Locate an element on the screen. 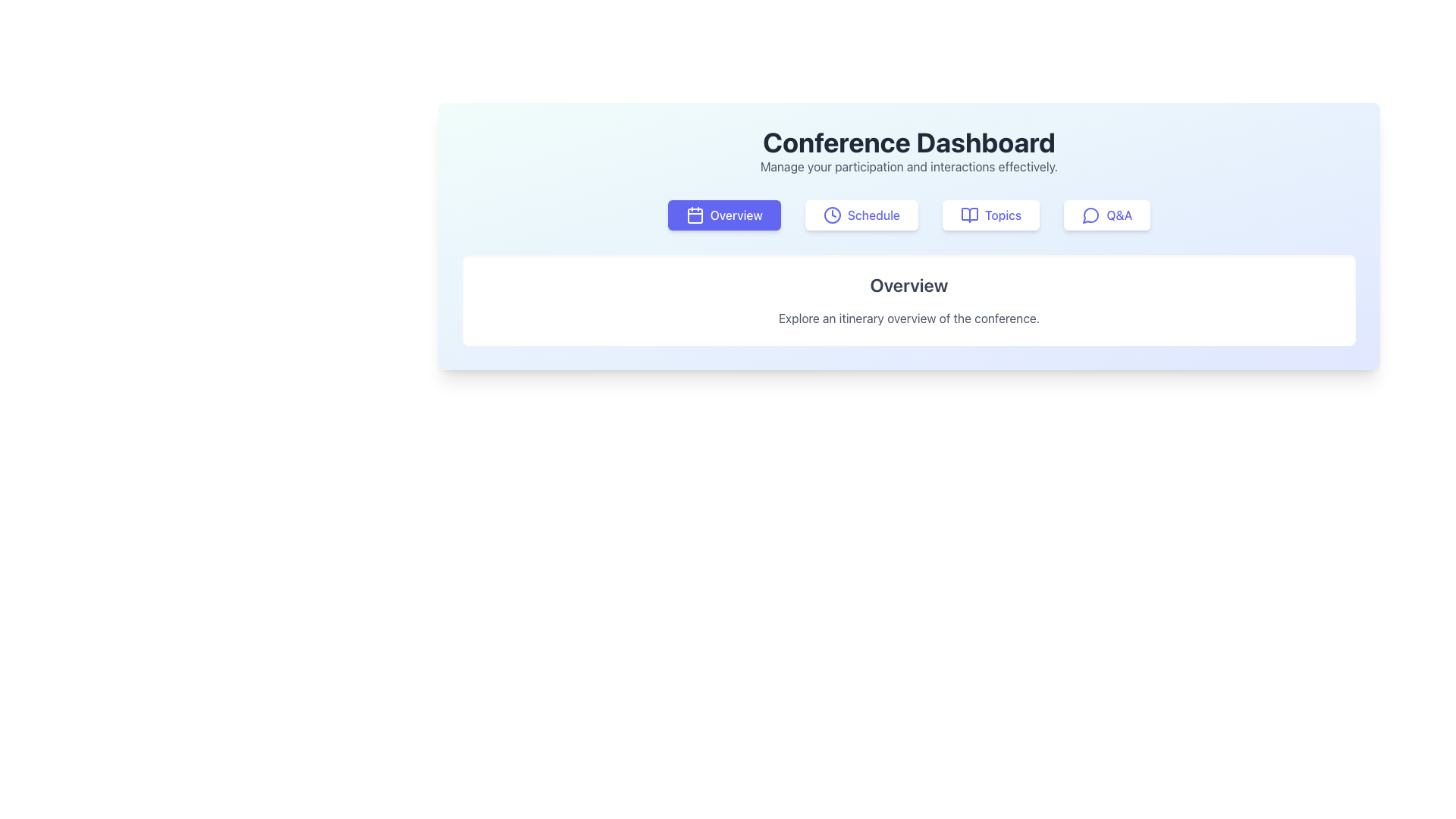  the 'Overview' button, which is the first button in the navigation bar of the 'Conference Dashboard' is located at coordinates (723, 215).